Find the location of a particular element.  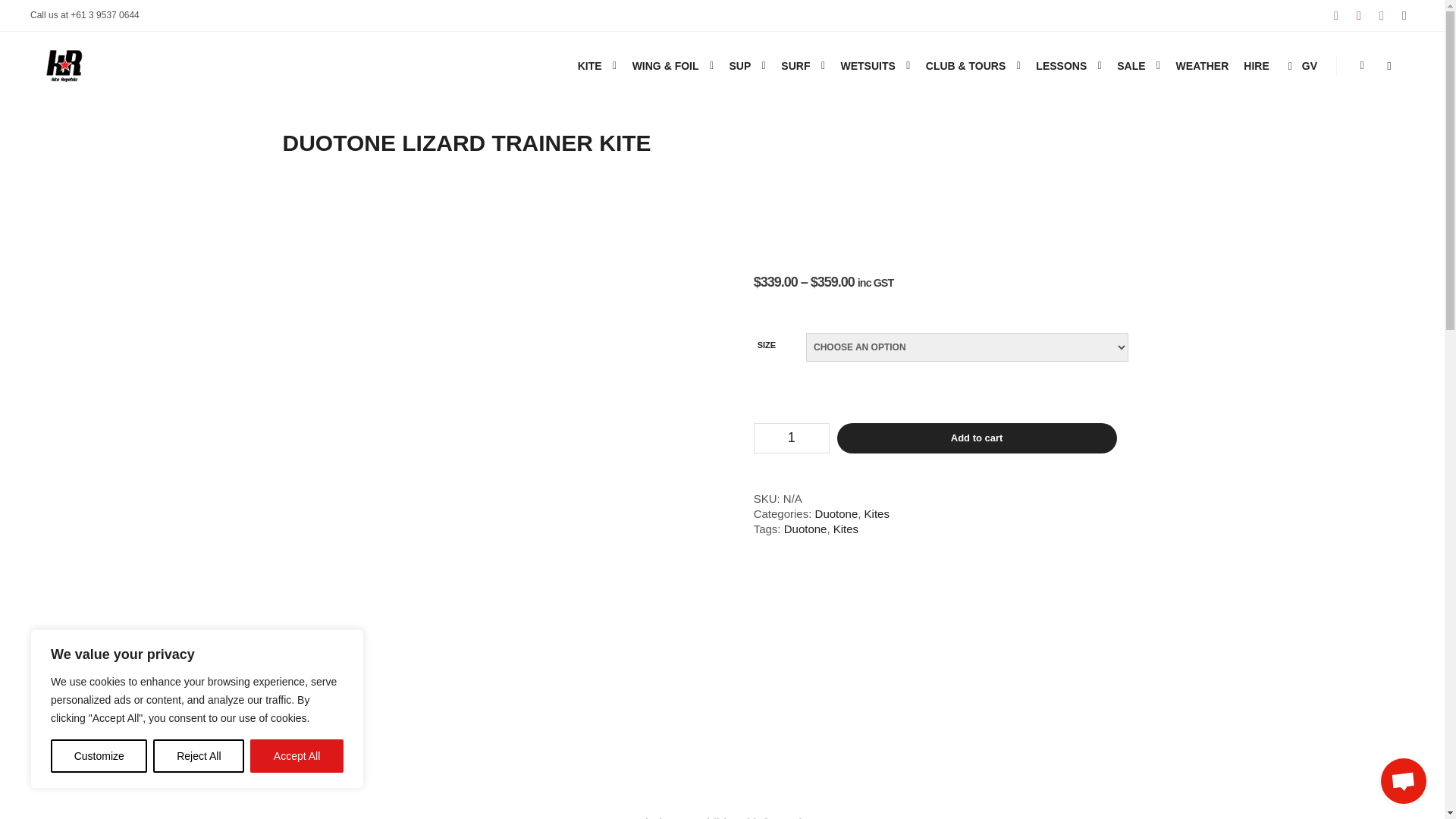

'GV' is located at coordinates (1300, 65).